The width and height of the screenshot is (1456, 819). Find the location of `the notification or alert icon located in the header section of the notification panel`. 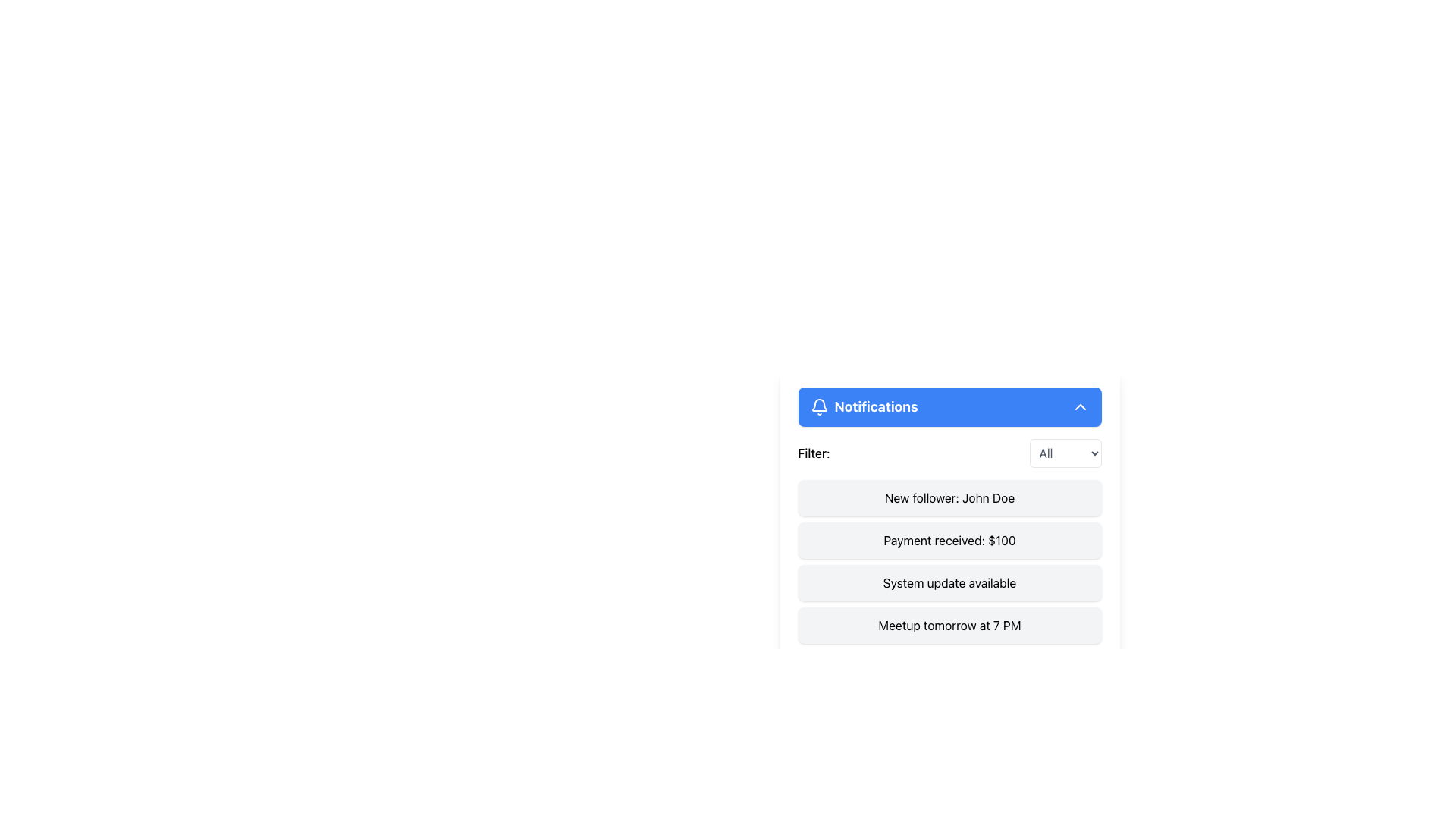

the notification or alert icon located in the header section of the notification panel is located at coordinates (818, 404).